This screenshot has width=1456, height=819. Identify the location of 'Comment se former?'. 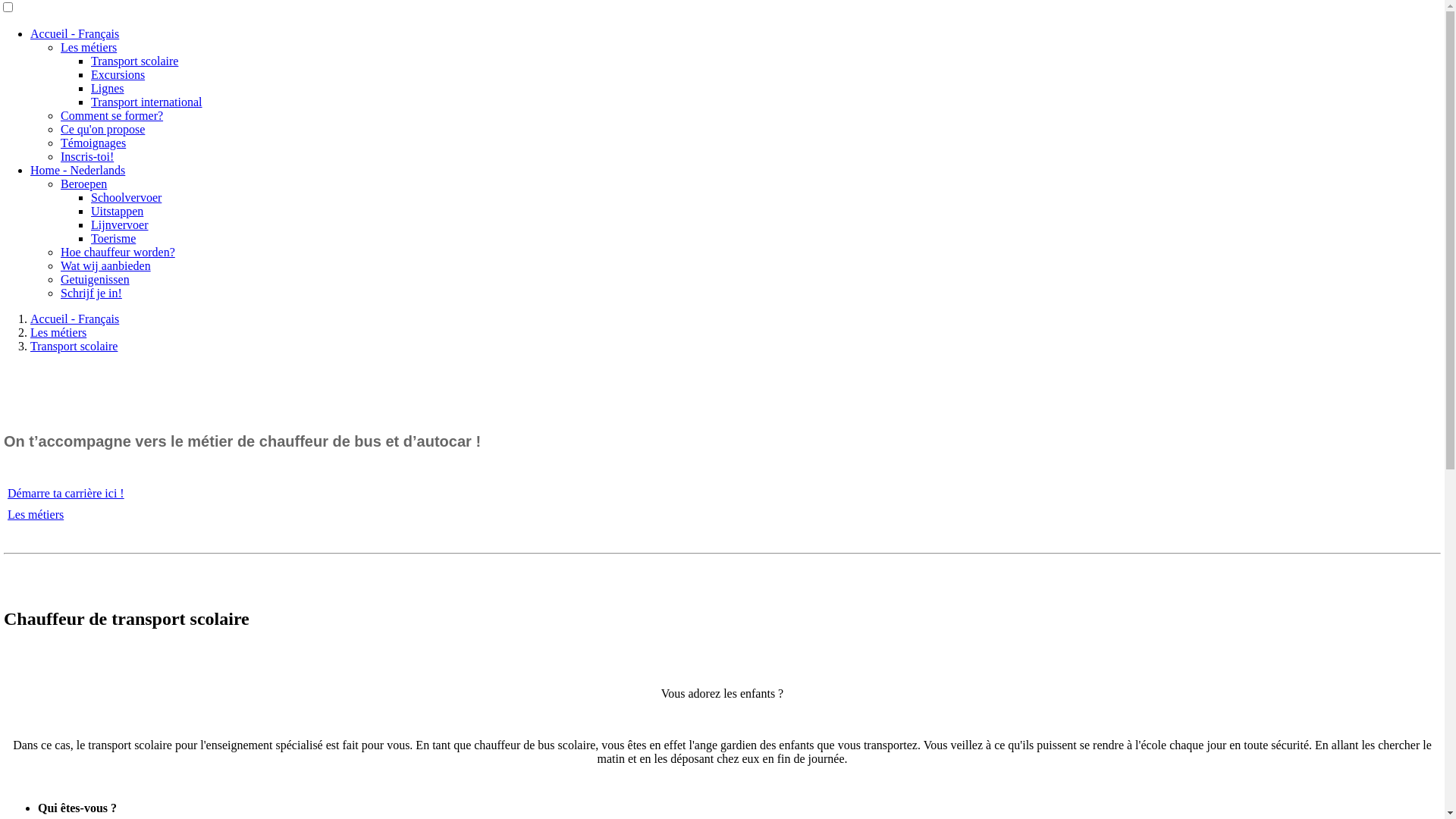
(111, 115).